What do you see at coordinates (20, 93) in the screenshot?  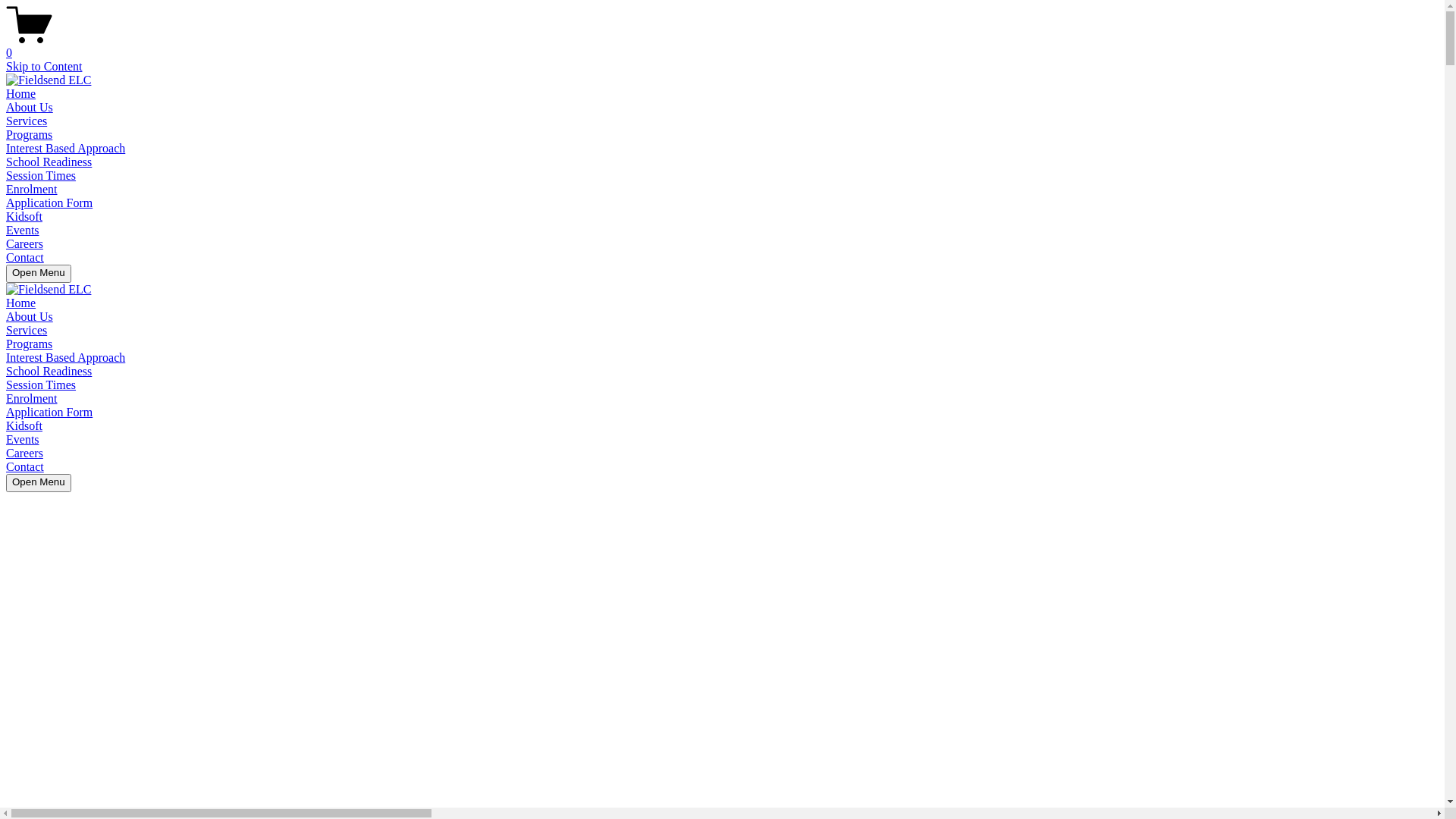 I see `'Home'` at bounding box center [20, 93].